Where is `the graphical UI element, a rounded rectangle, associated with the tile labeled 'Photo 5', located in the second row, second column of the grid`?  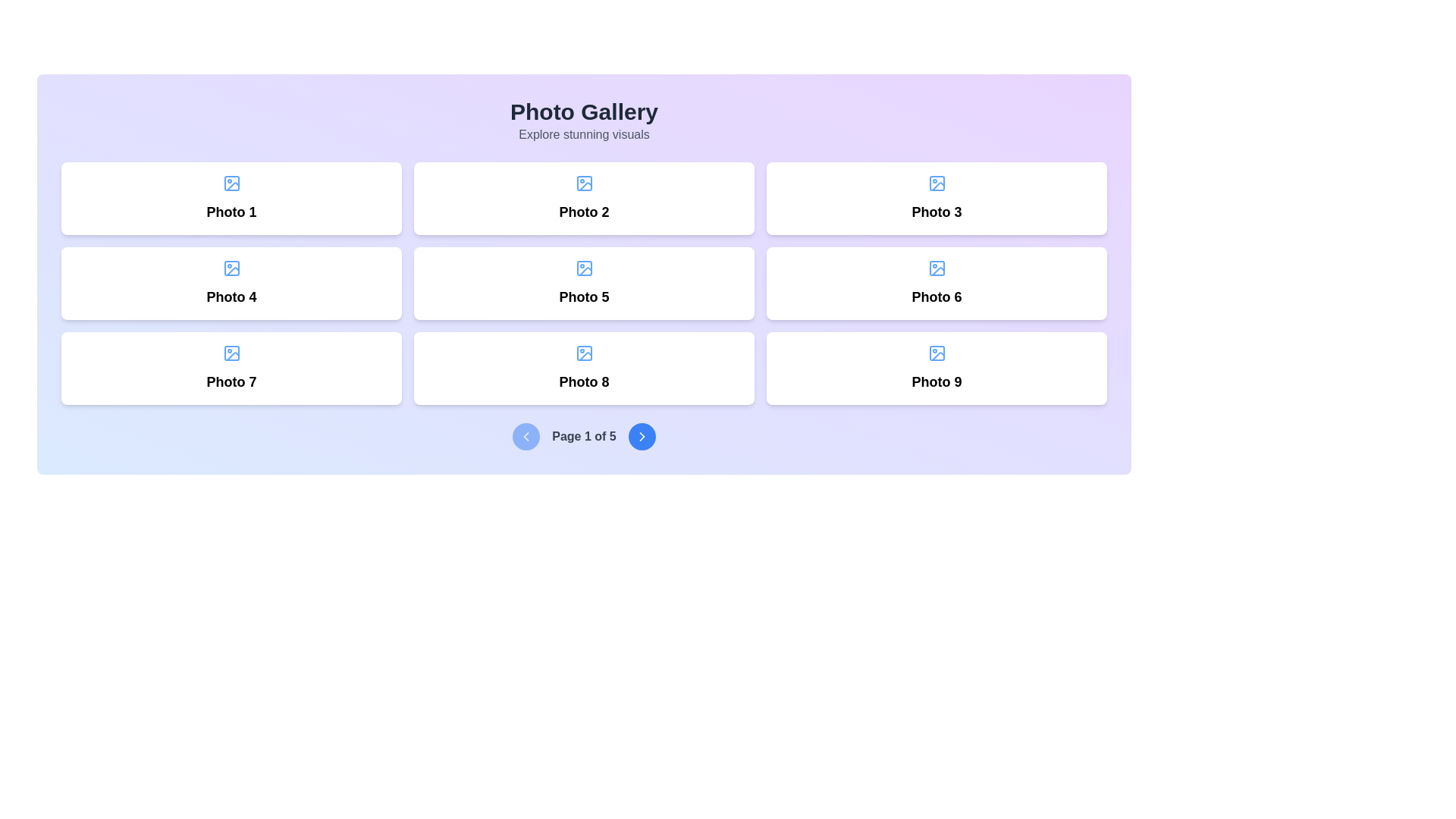 the graphical UI element, a rounded rectangle, associated with the tile labeled 'Photo 5', located in the second row, second column of the grid is located at coordinates (583, 268).